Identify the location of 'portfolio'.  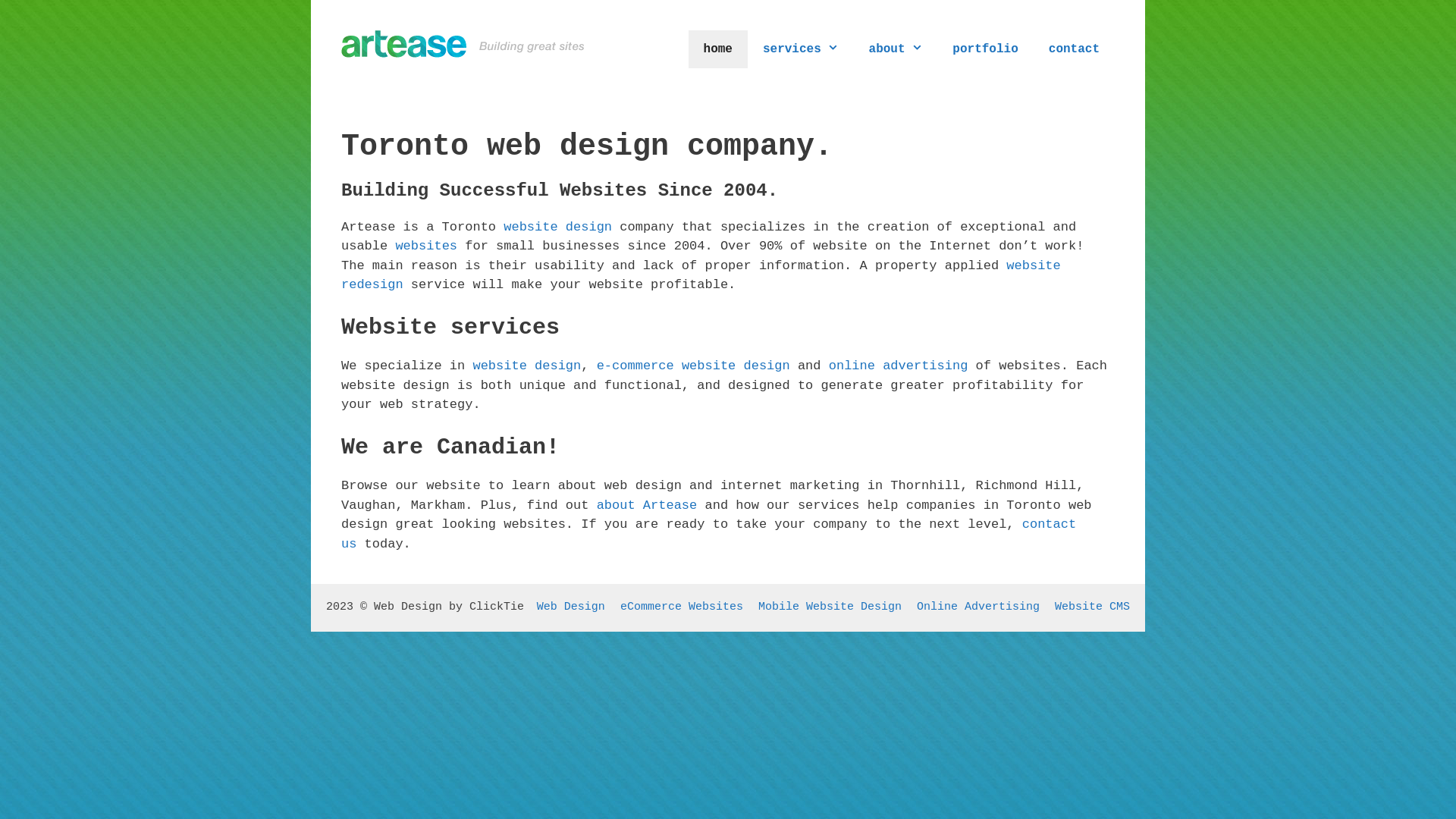
(985, 49).